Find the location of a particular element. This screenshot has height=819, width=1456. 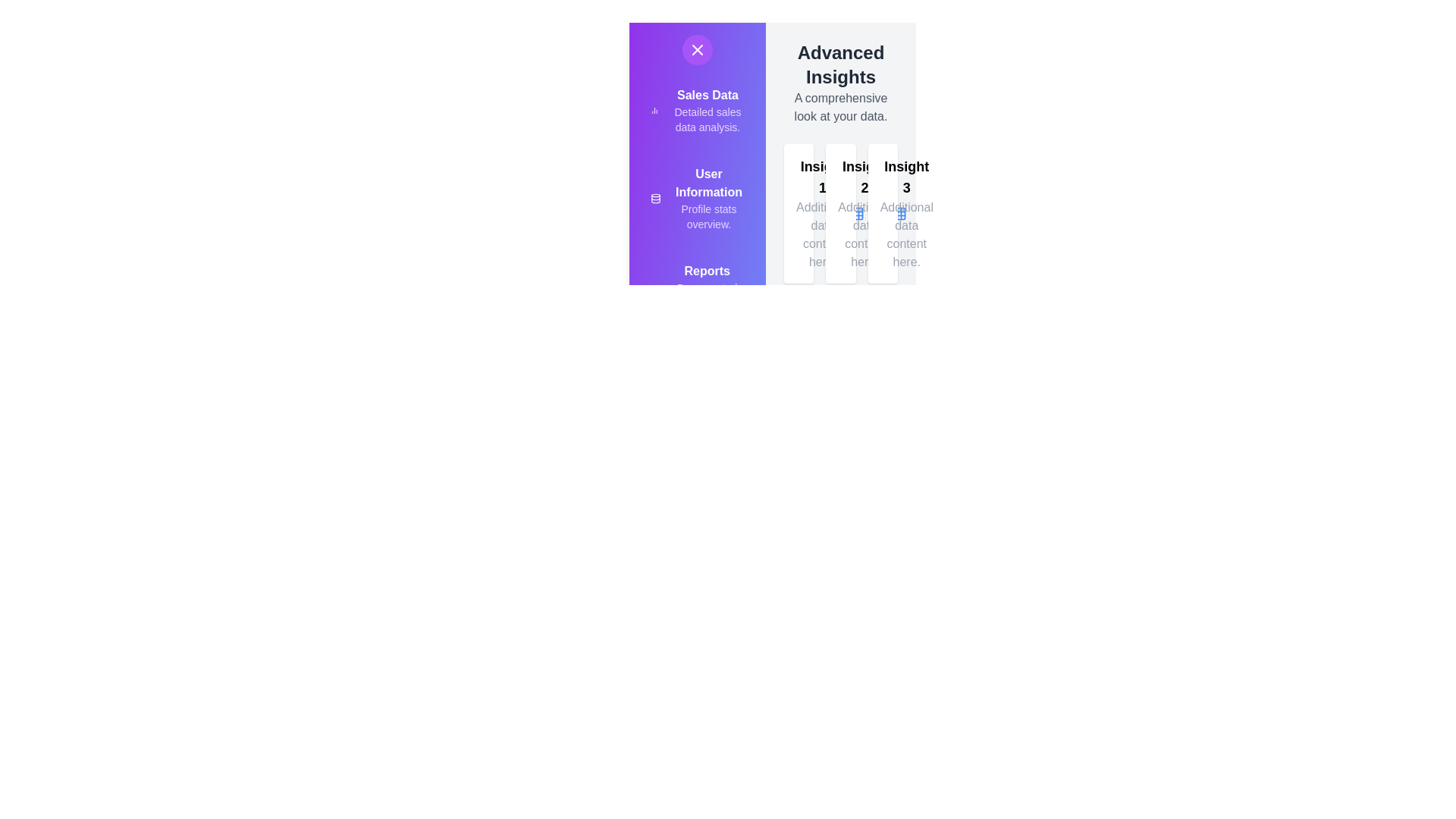

the menu item labeled 'User Information' to view its details is located at coordinates (697, 198).